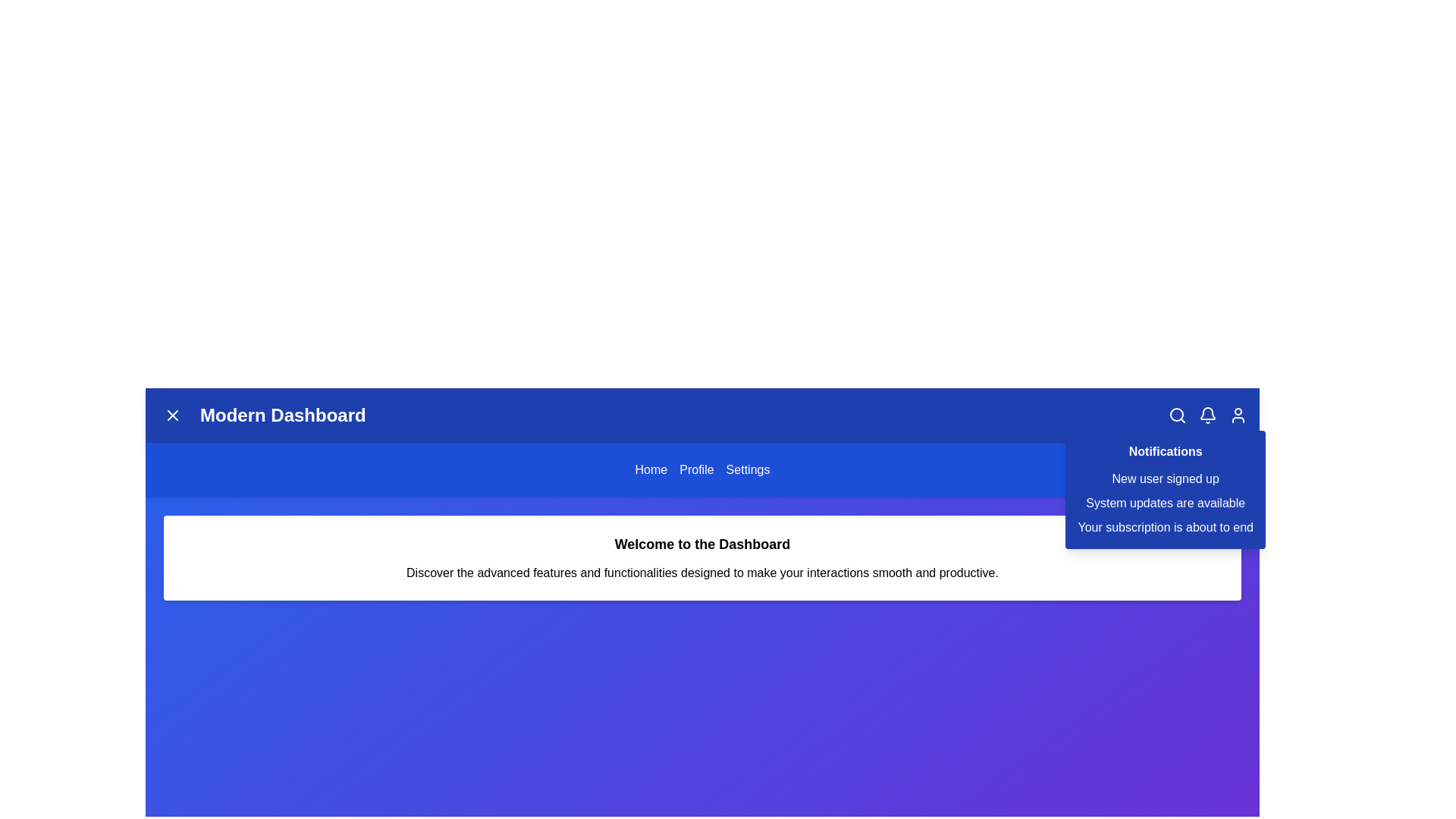 The width and height of the screenshot is (1456, 819). I want to click on the search icon to initiate a search, so click(1177, 415).